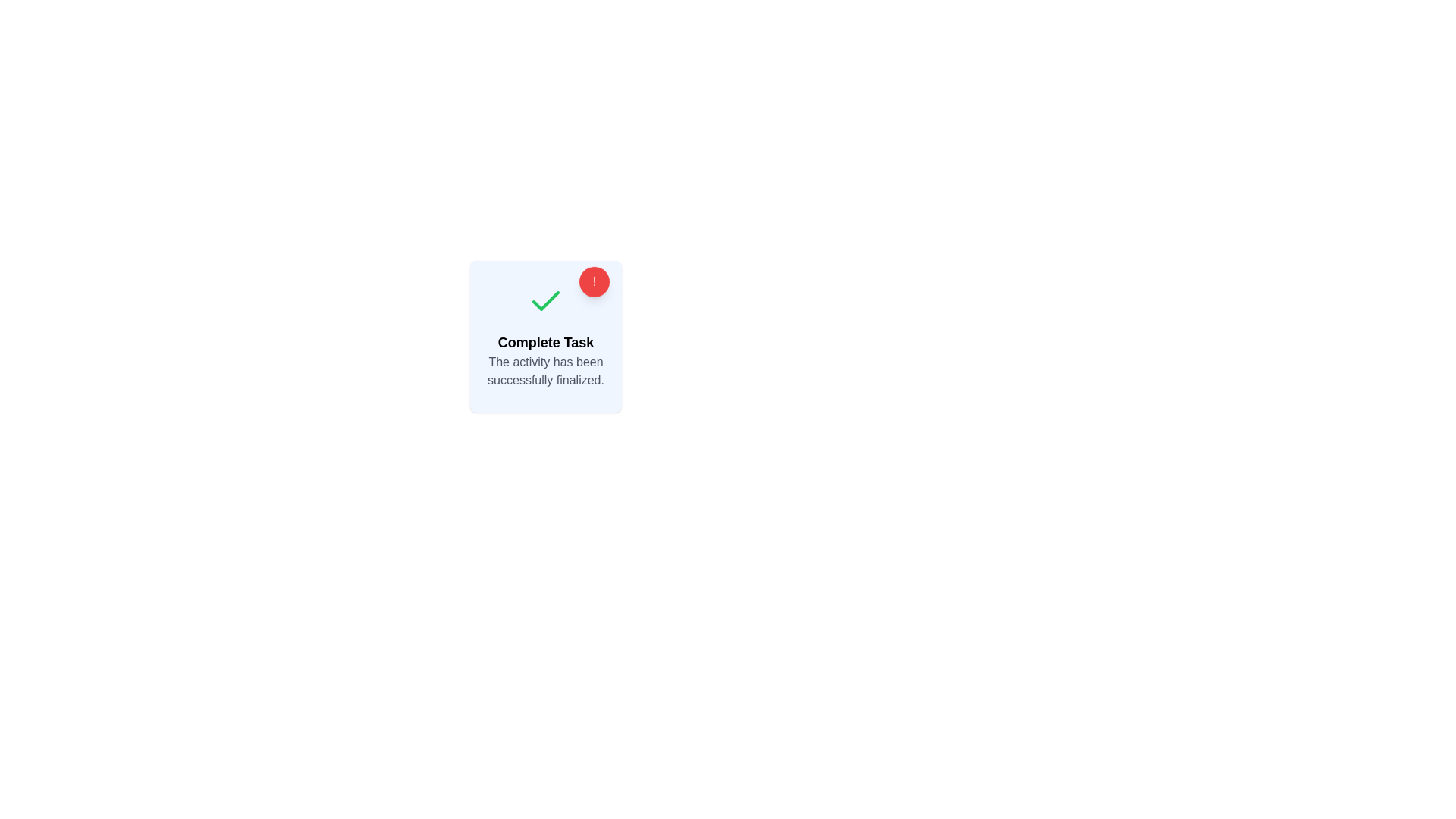  Describe the element at coordinates (546, 371) in the screenshot. I see `the text label displaying 'The activity has been successfully finalized.' which is styled in gray and positioned beneath the 'Complete Task' text` at that location.